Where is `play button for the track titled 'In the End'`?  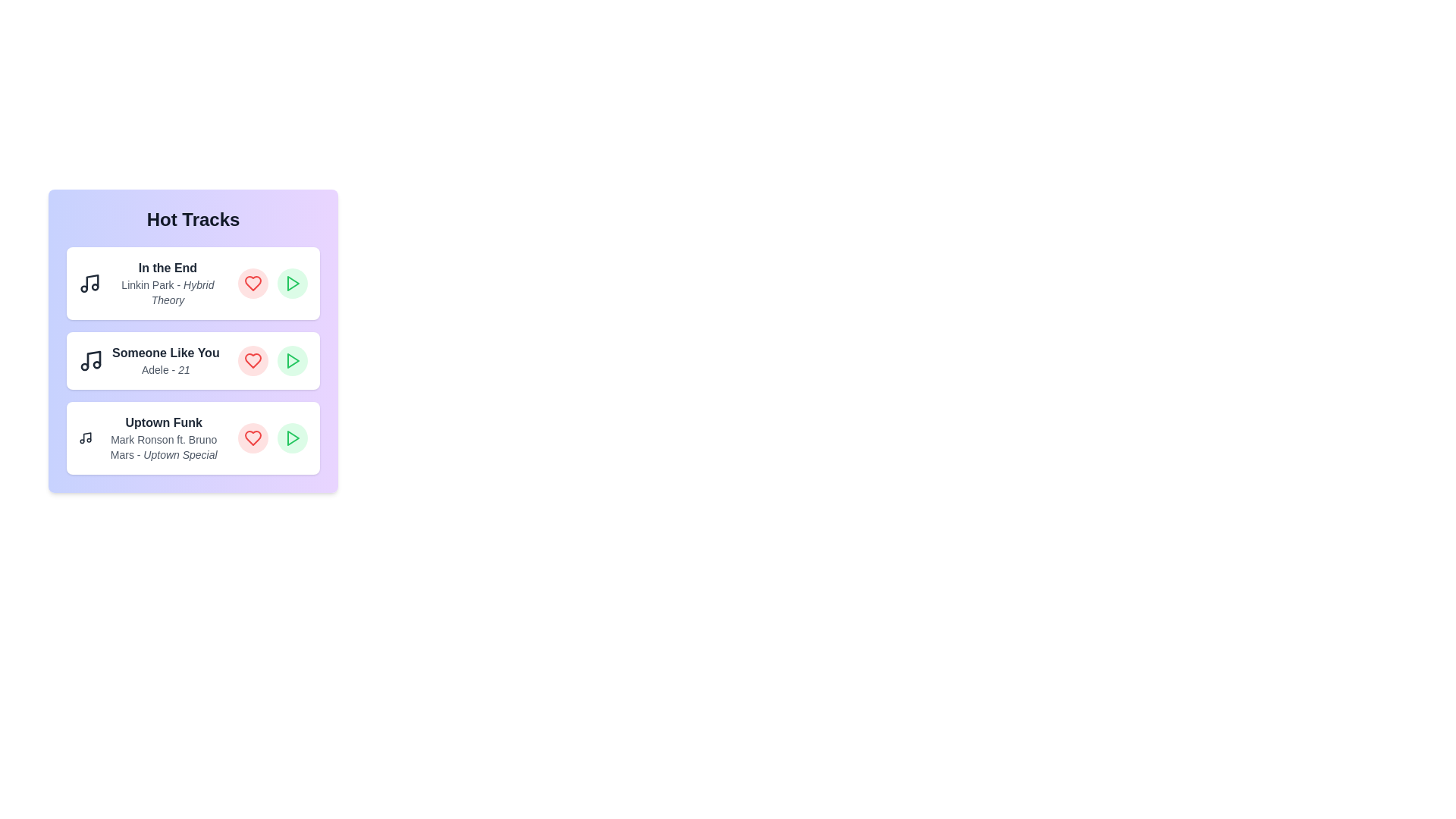
play button for the track titled 'In the End' is located at coordinates (292, 284).